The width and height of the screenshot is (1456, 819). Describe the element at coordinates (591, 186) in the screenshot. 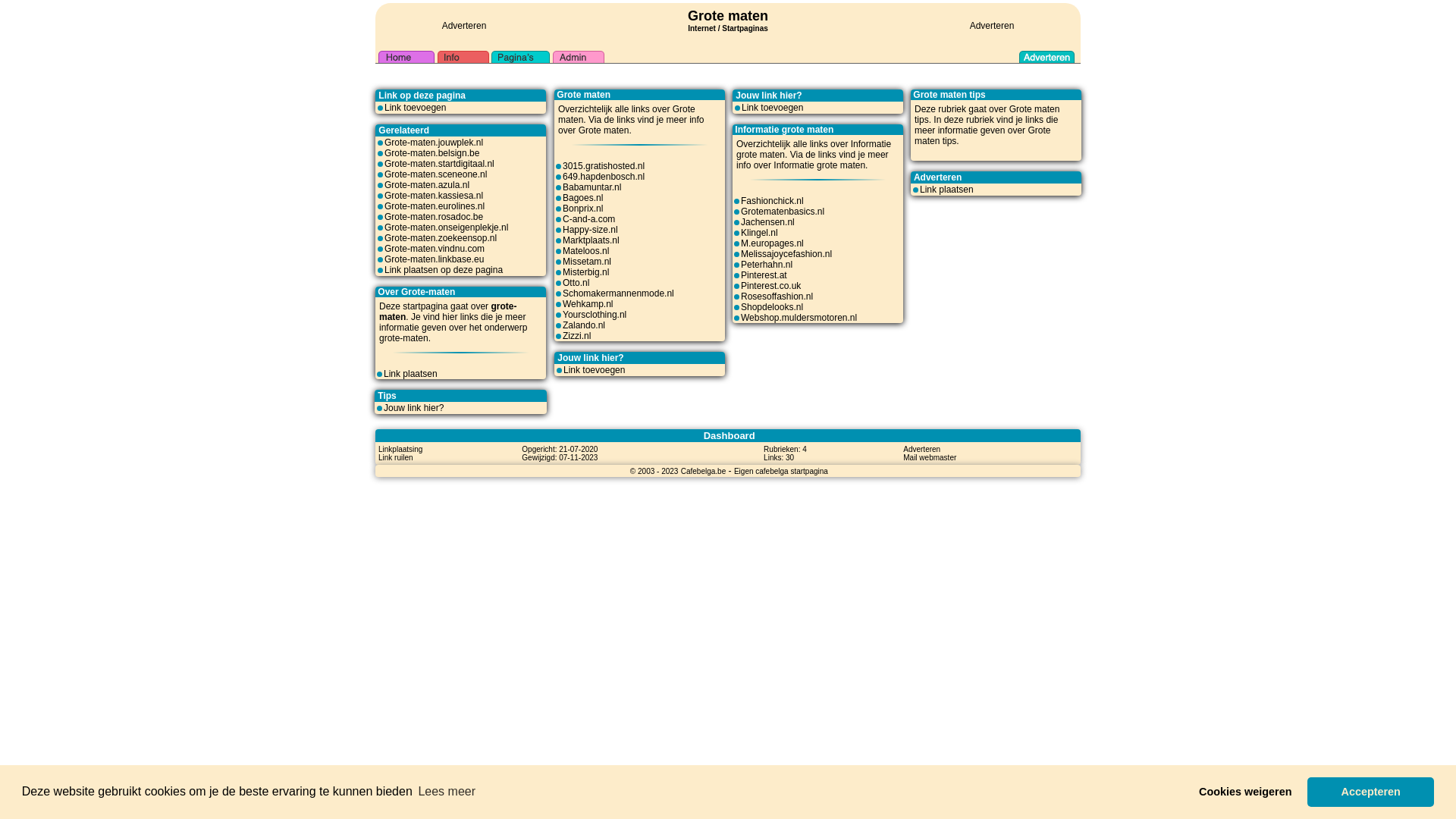

I see `'Babamuntar.nl'` at that location.